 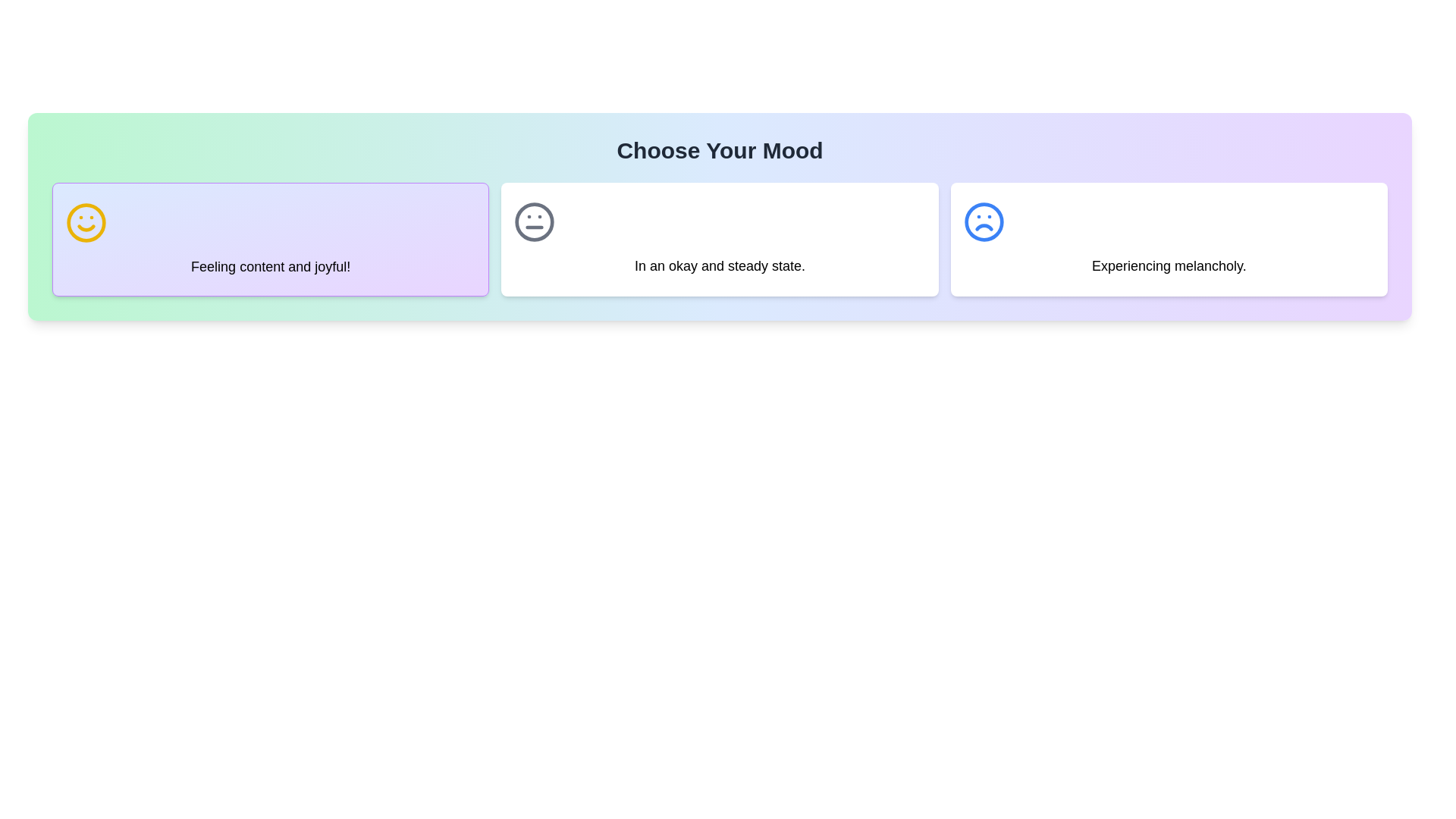 What do you see at coordinates (984, 222) in the screenshot?
I see `Circle (SVG graphic element) that represents the 'Experiencing melancholy' mood choice in the rightmost panel of the mood options` at bounding box center [984, 222].